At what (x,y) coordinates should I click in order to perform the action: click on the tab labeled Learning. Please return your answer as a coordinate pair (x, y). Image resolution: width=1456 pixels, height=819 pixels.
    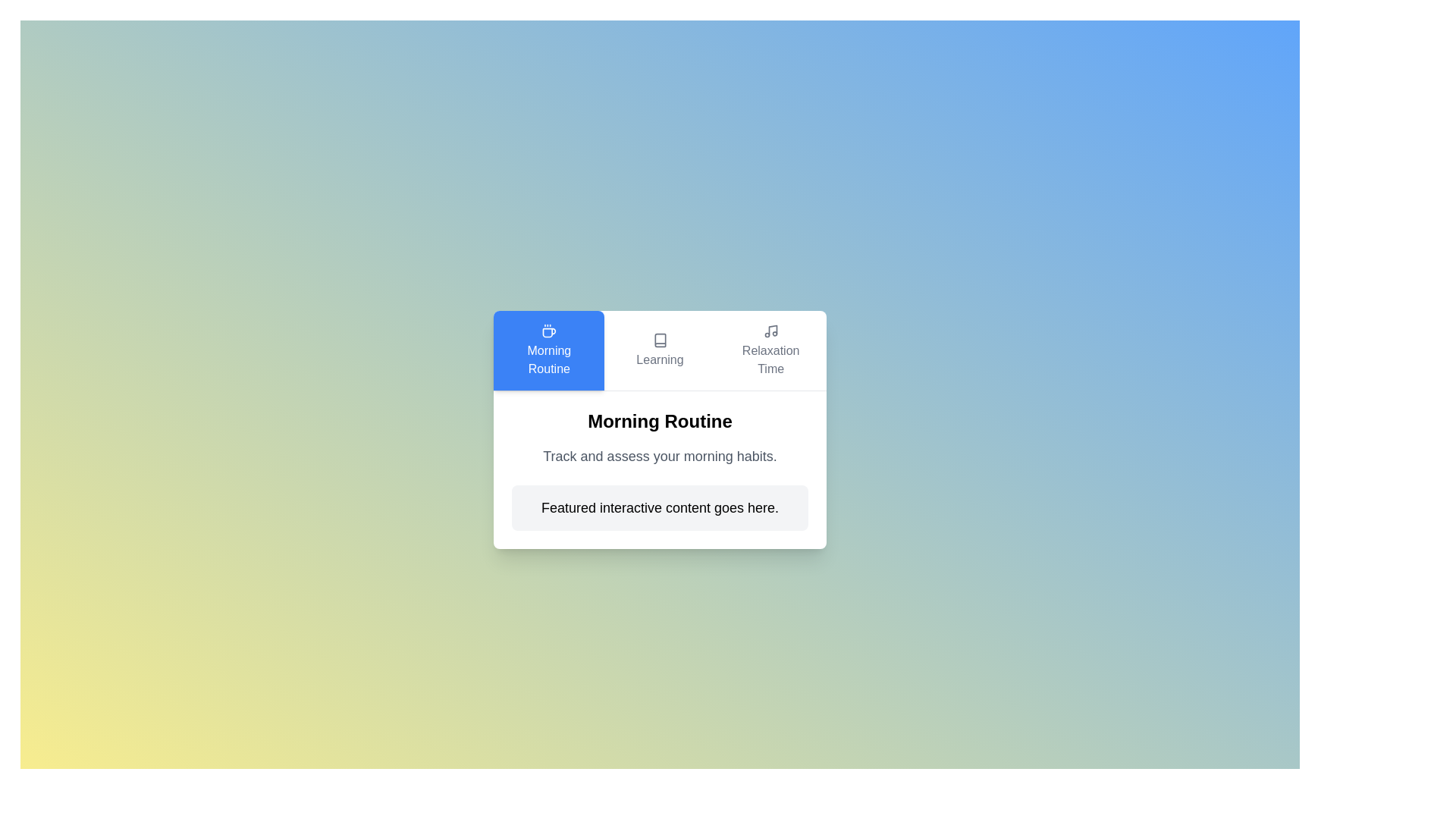
    Looking at the image, I should click on (659, 350).